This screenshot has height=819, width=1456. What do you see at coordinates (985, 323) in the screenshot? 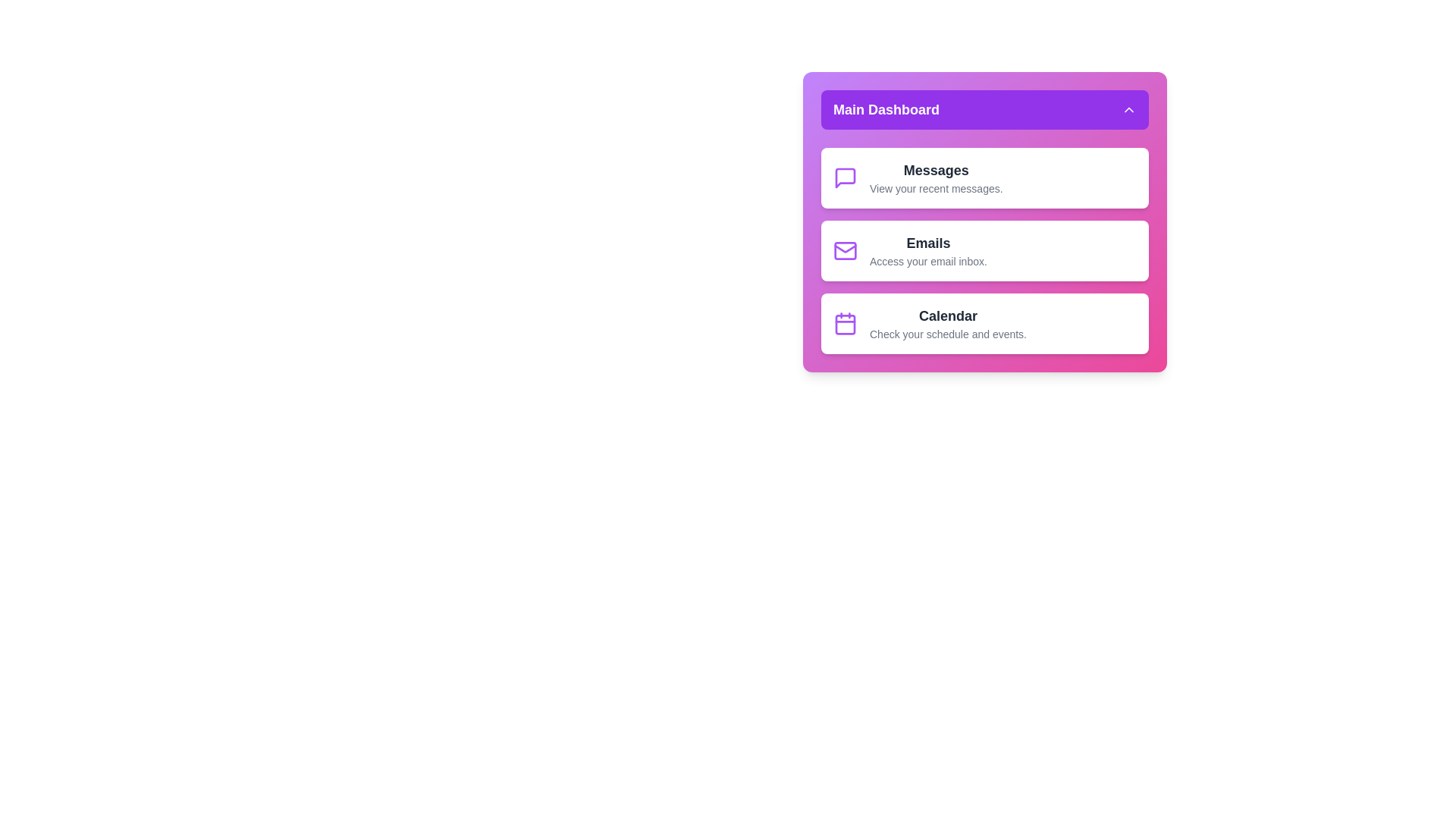
I see `the menu item Calendar from the displayed menu` at bounding box center [985, 323].